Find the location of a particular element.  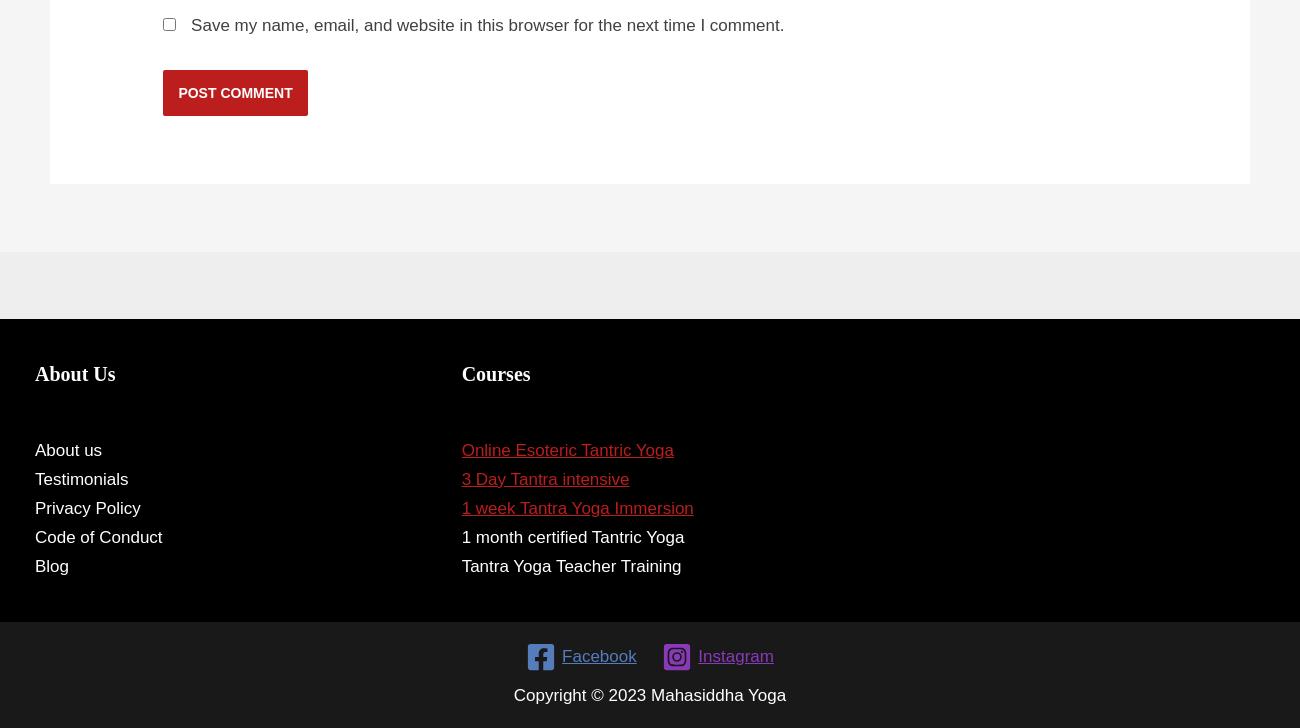

'1 month certified Tantric Yoga' is located at coordinates (459, 536).